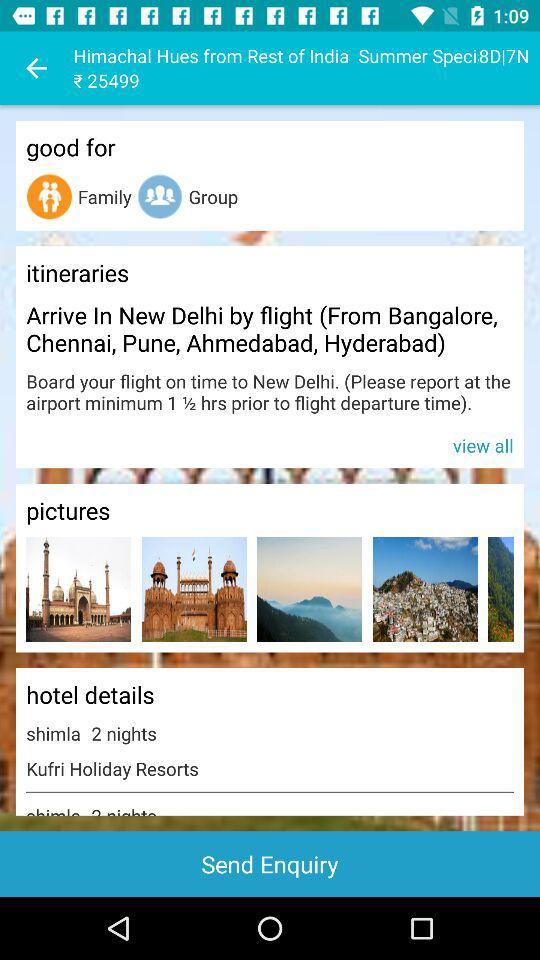 This screenshot has width=540, height=960. What do you see at coordinates (77, 589) in the screenshot?
I see `first photo` at bounding box center [77, 589].